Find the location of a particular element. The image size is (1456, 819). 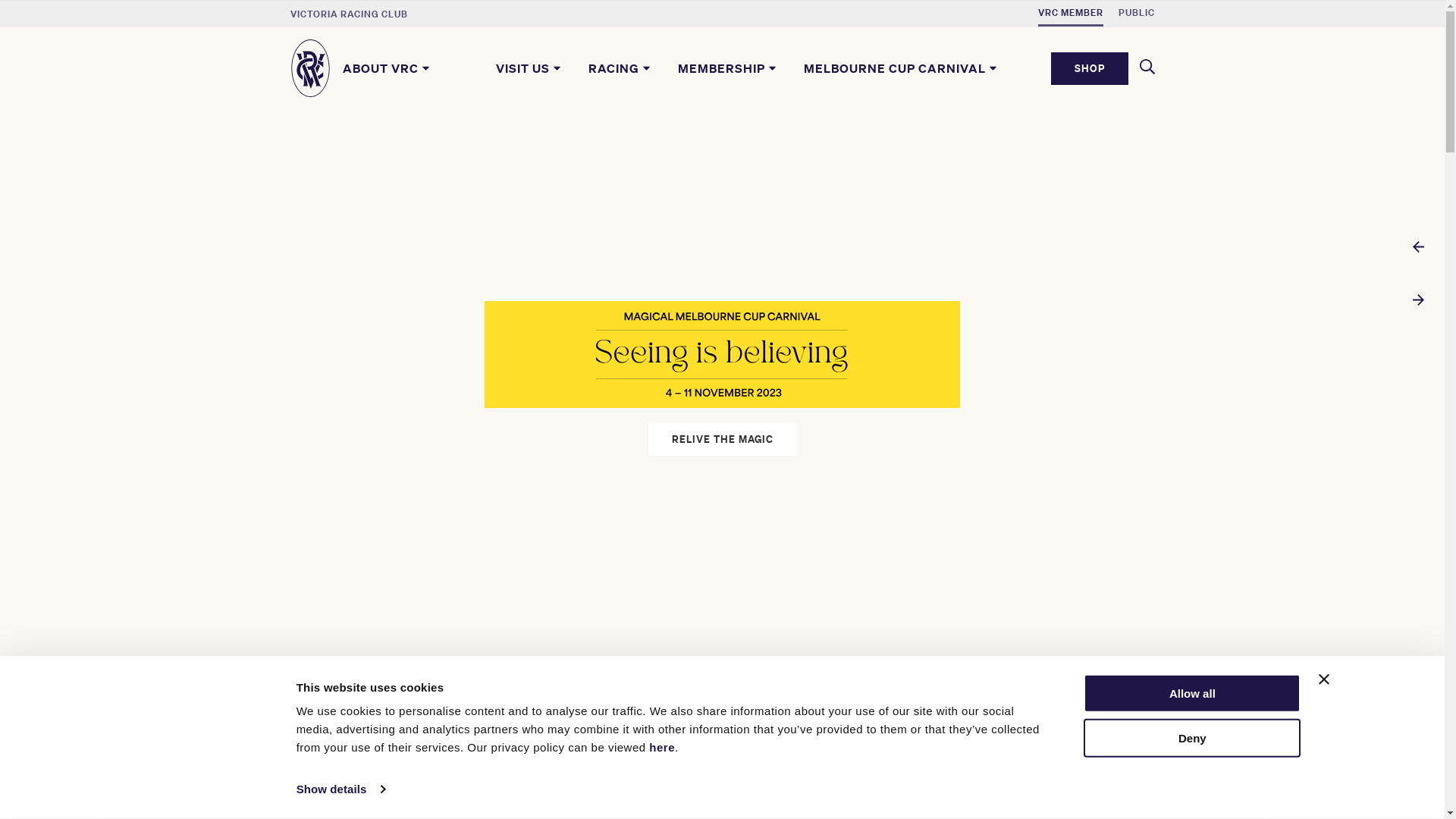

'Show details' is located at coordinates (340, 789).